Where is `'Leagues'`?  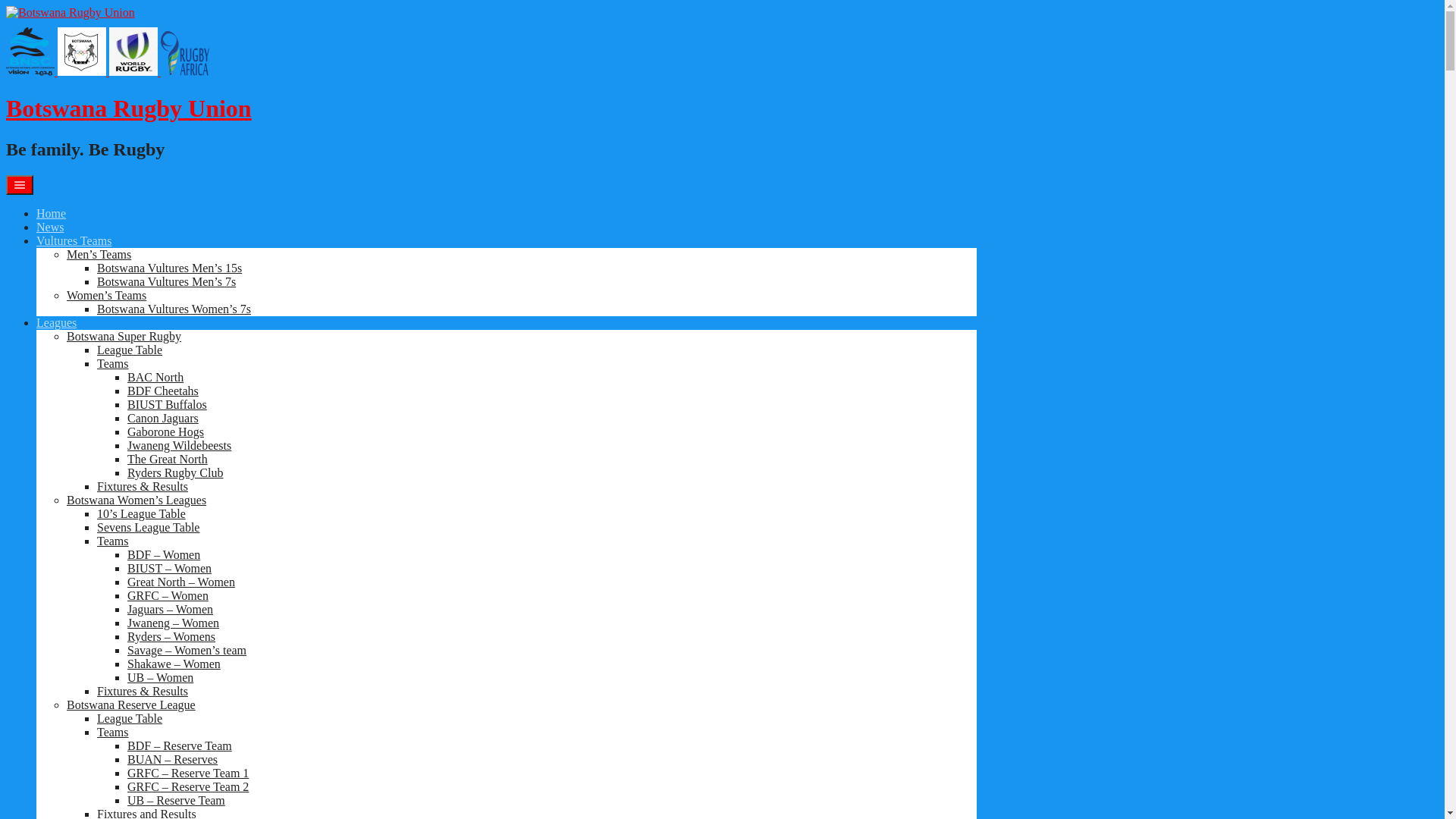 'Leagues' is located at coordinates (56, 322).